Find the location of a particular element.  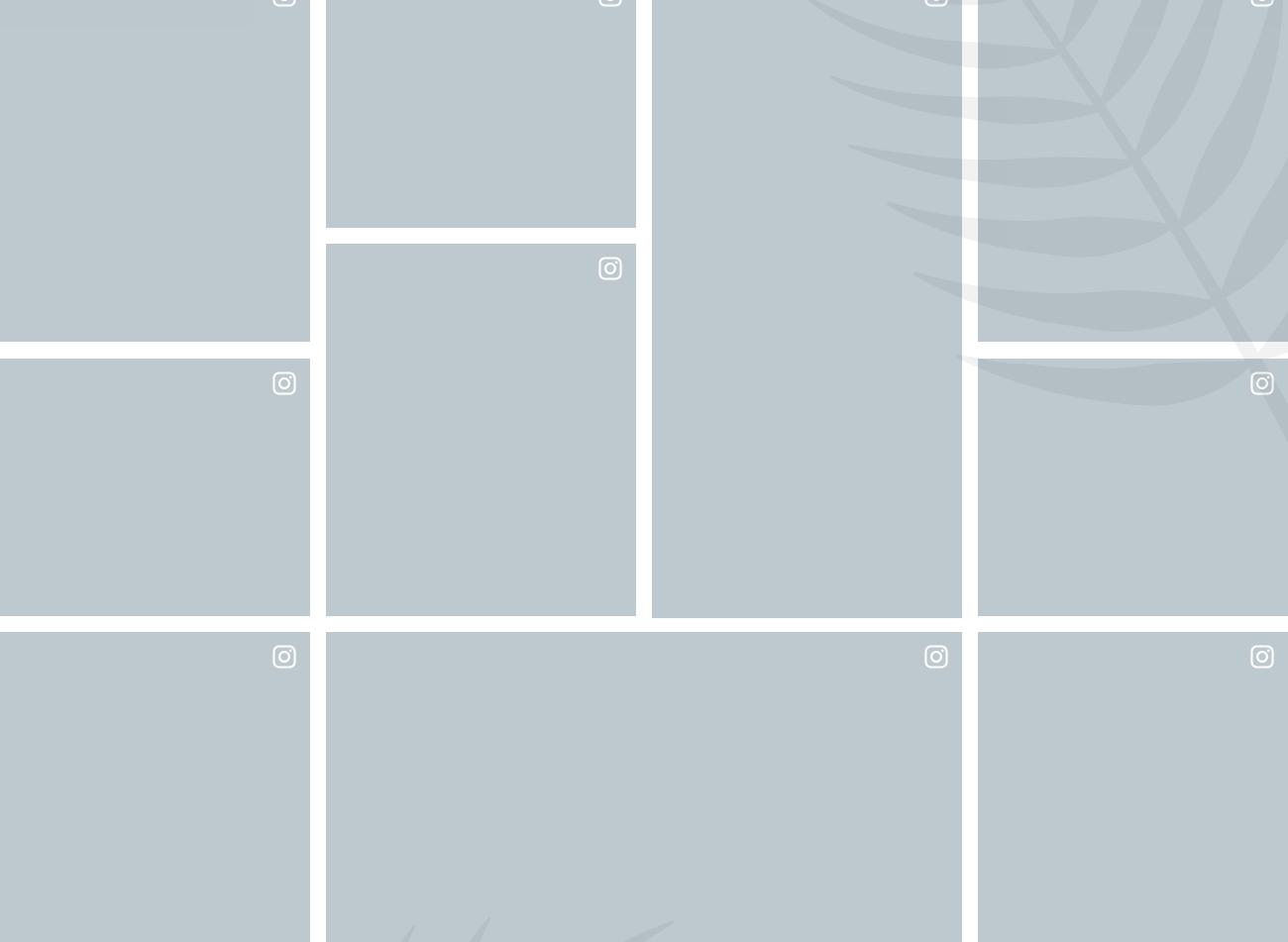

'Planning a weekend escape to Santa Barbara? Check out what @eatsdrinksandstays did in just 24hrs! 

📹: @eatsdrinksandst...' is located at coordinates (683, 321).